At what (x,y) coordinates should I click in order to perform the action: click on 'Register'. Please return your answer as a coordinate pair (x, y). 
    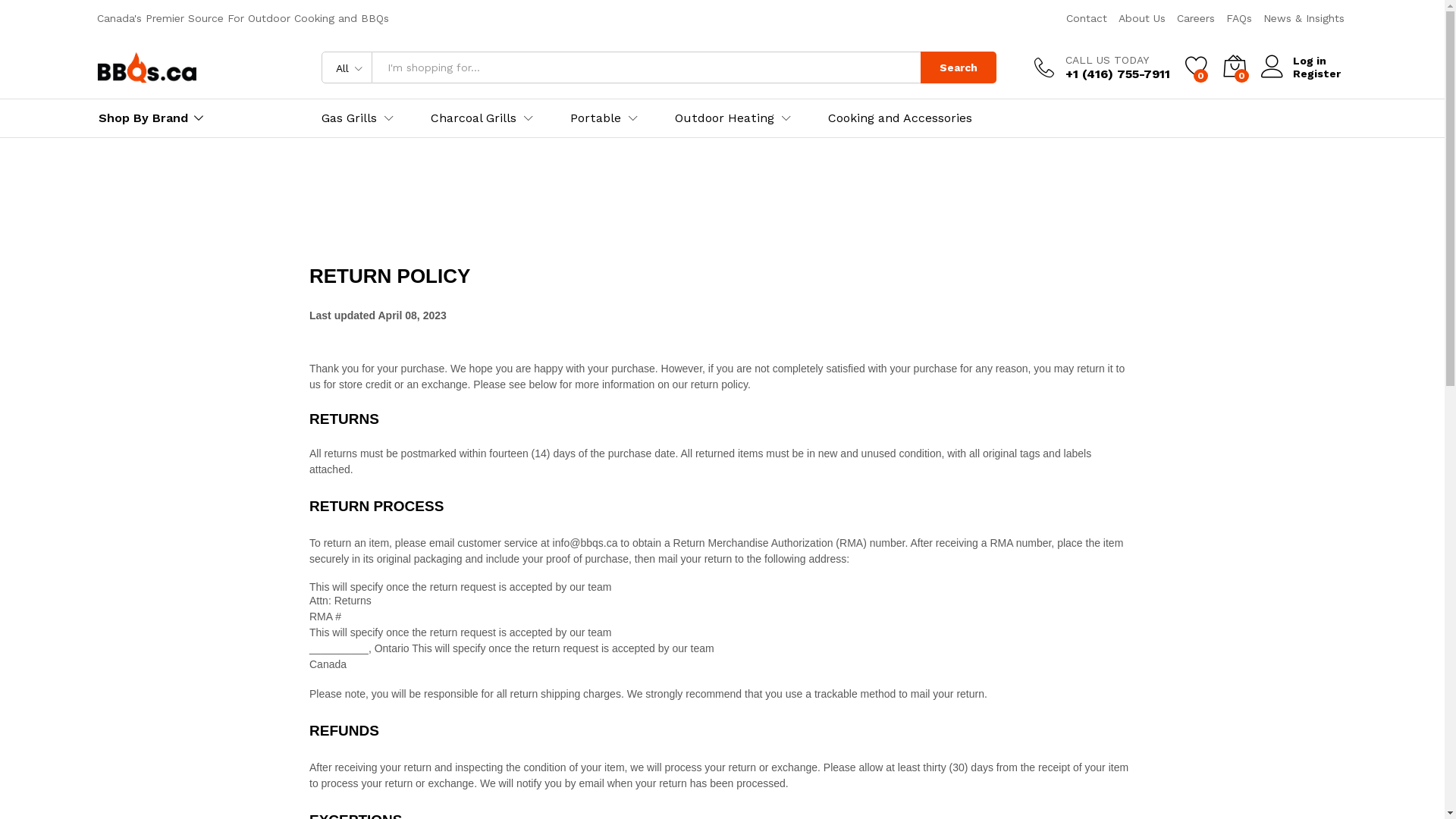
    Looking at the image, I should click on (1299, 74).